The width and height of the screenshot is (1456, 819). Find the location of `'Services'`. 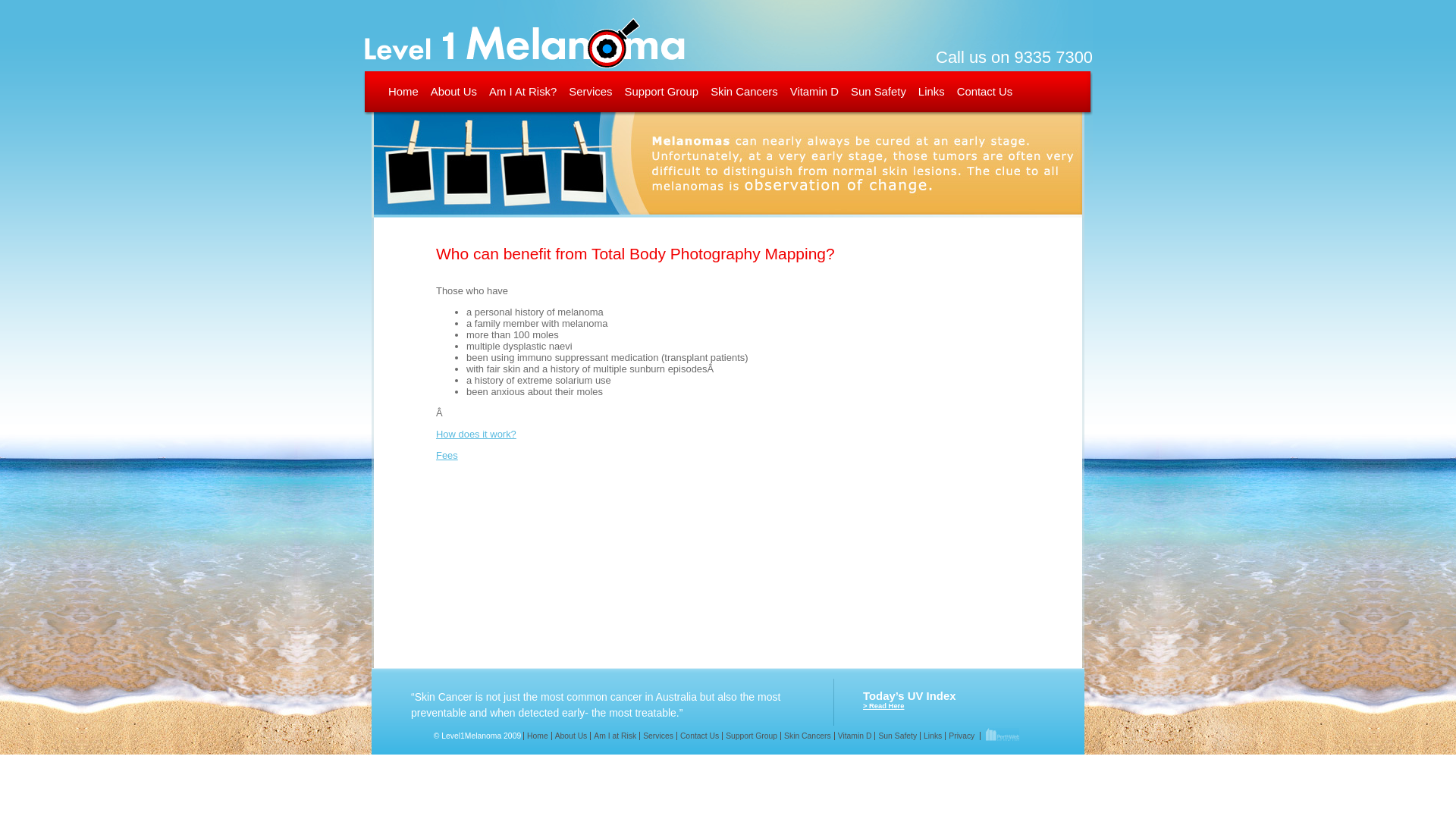

'Services' is located at coordinates (657, 735).